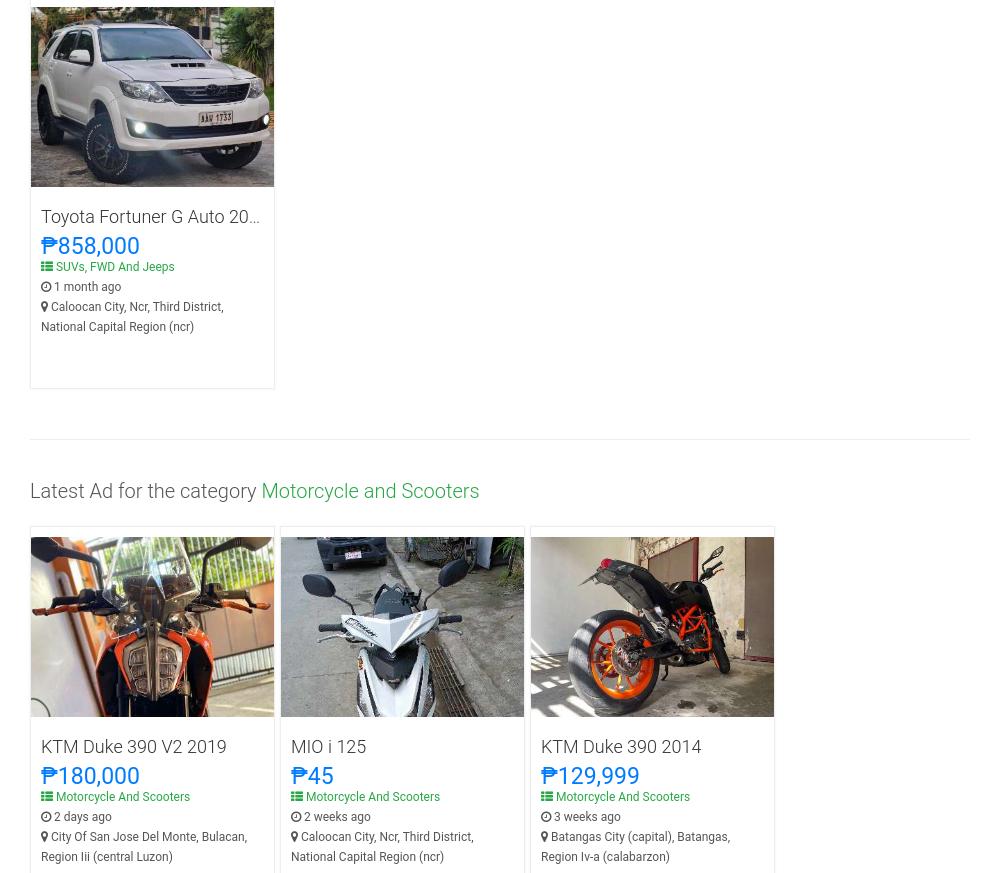 This screenshot has height=873, width=1000. What do you see at coordinates (113, 266) in the screenshot?
I see `'SUVs, FWD And Jeeps'` at bounding box center [113, 266].